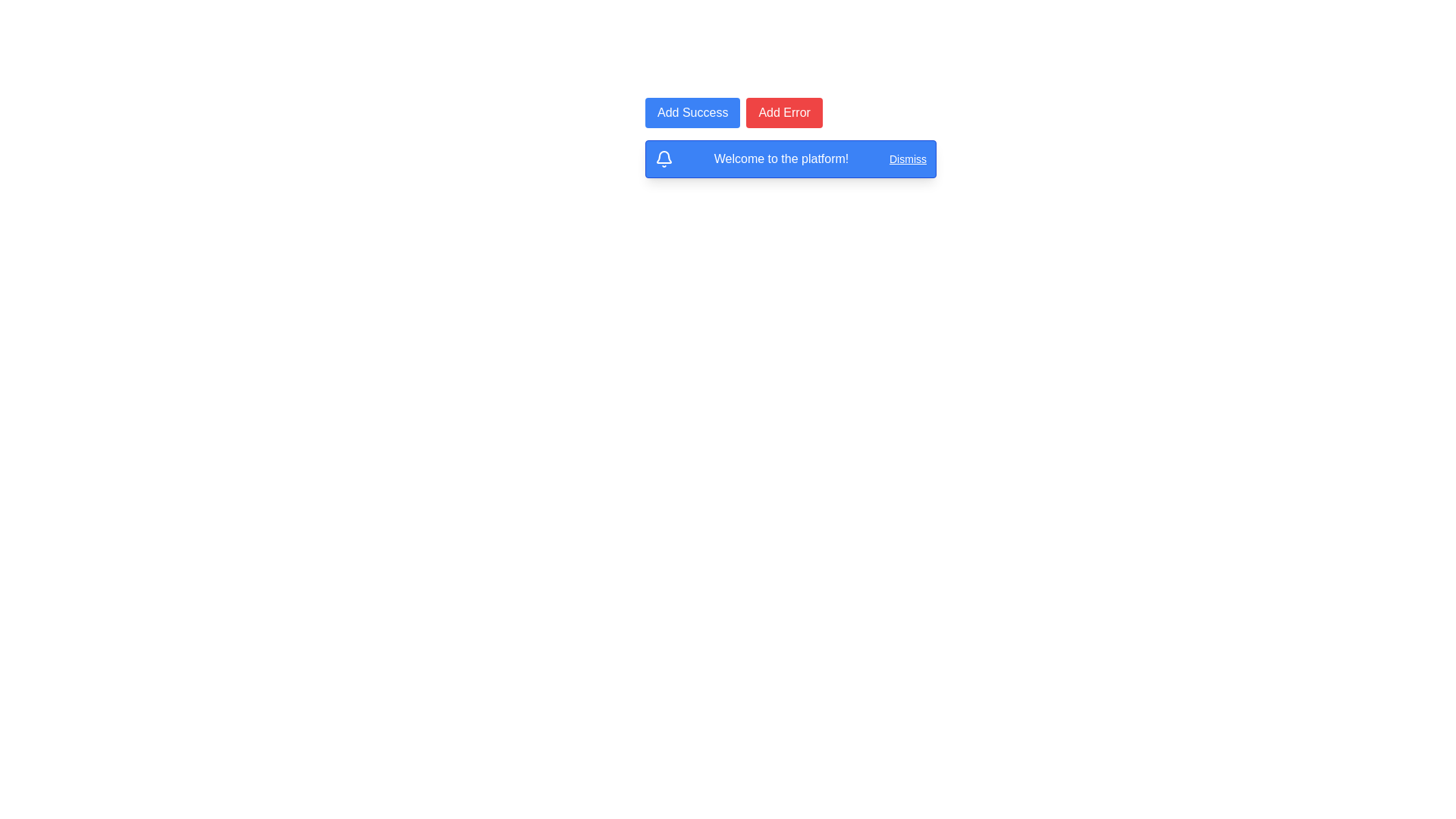  What do you see at coordinates (664, 158) in the screenshot?
I see `the Vector icon located within the blue notification box, which is the first element from the left preceding the text 'Welcome to the platform!'` at bounding box center [664, 158].